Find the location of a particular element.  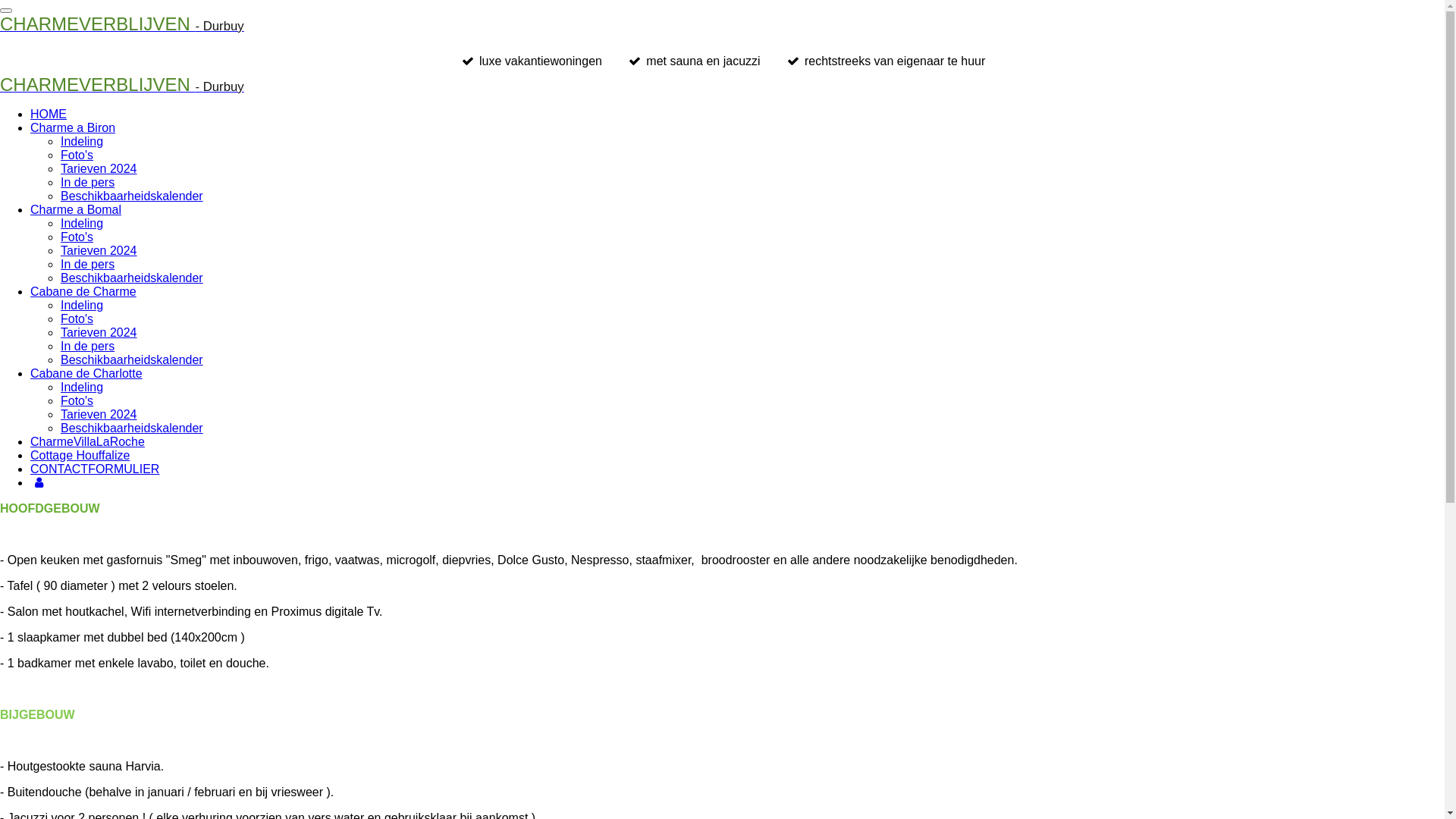

'In de pers' is located at coordinates (86, 346).